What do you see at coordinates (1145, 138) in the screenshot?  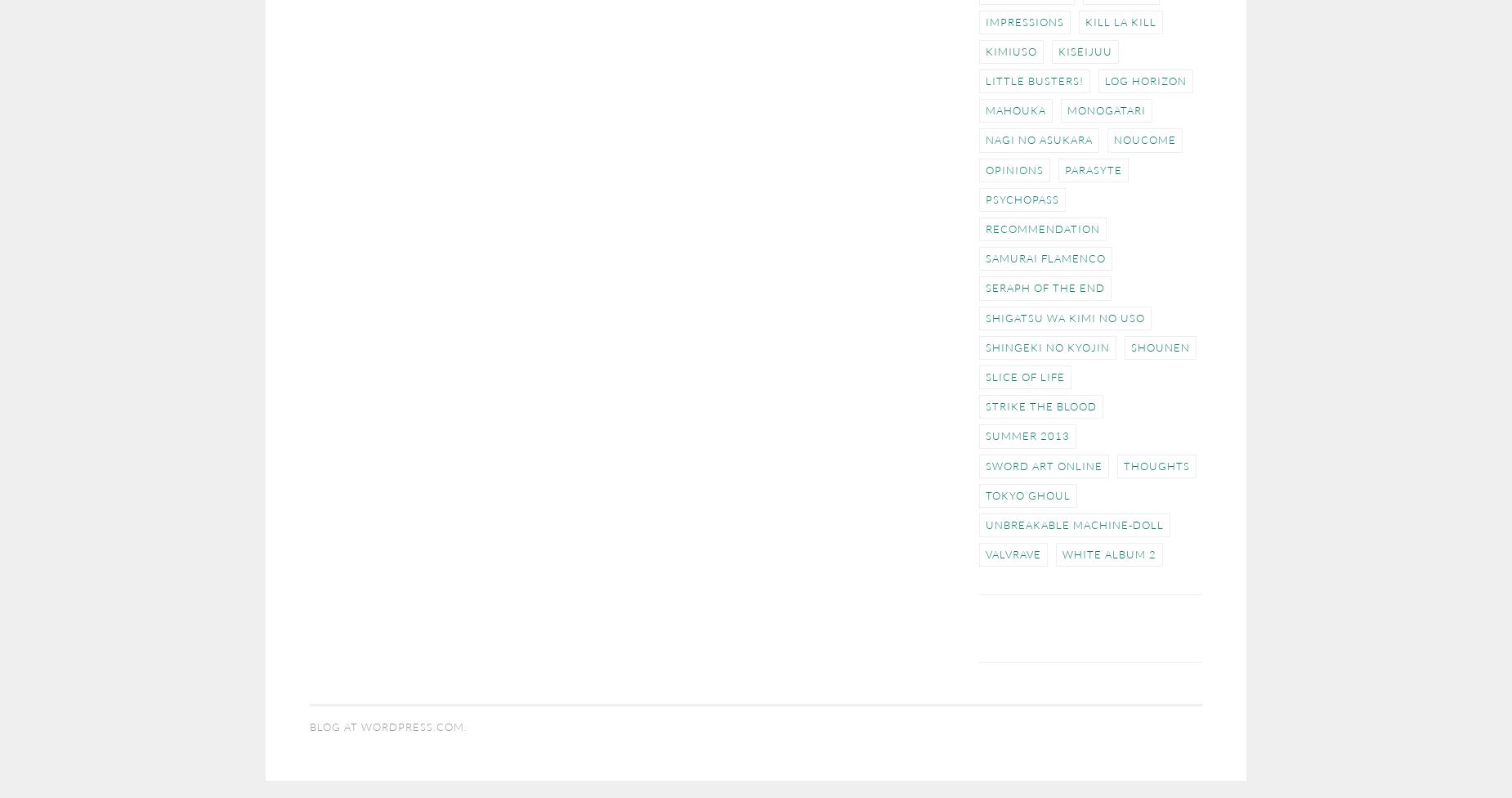 I see `'NouCome'` at bounding box center [1145, 138].